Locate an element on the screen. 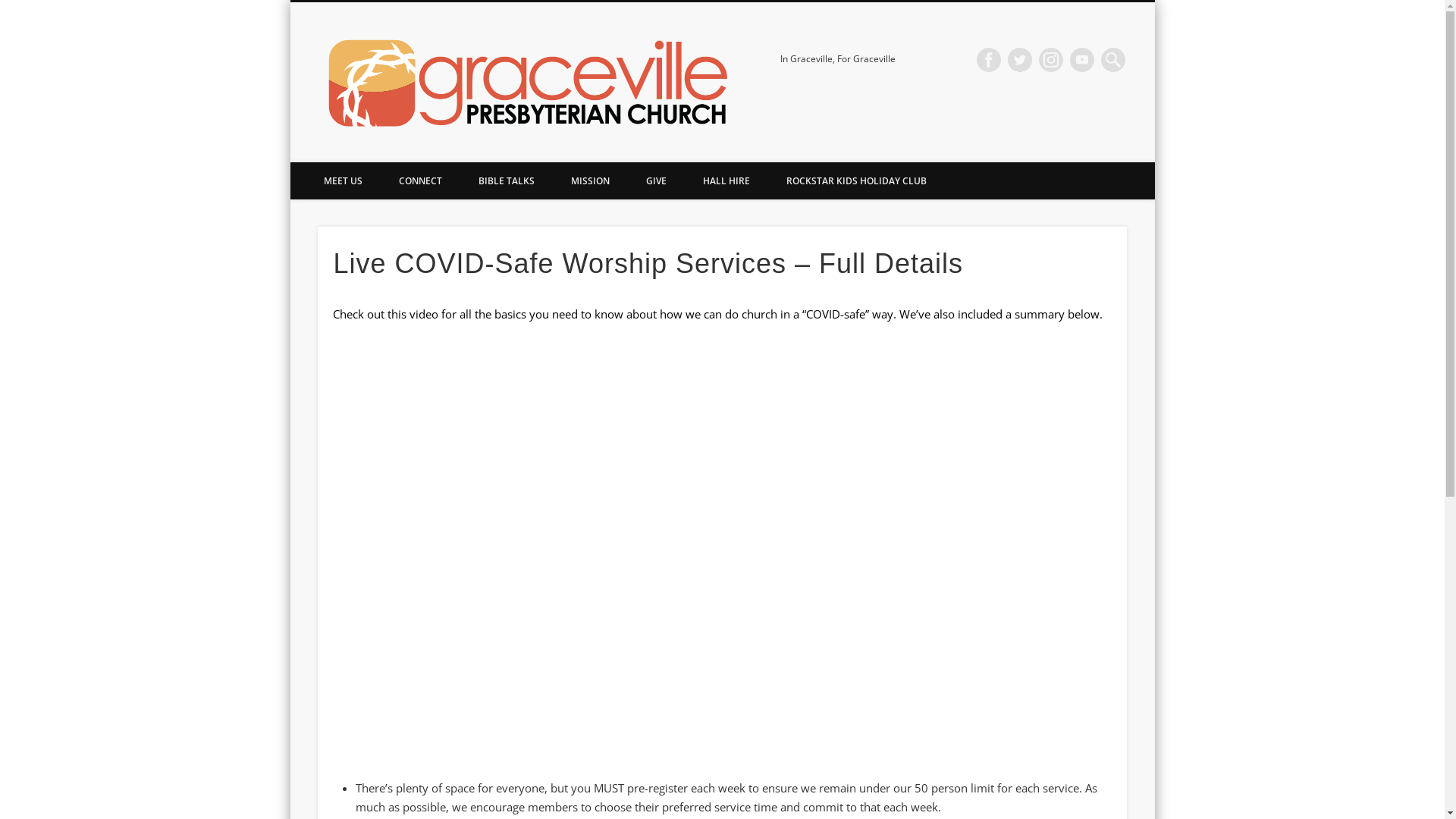 The image size is (1456, 819). 'CONNECT' is located at coordinates (420, 180).